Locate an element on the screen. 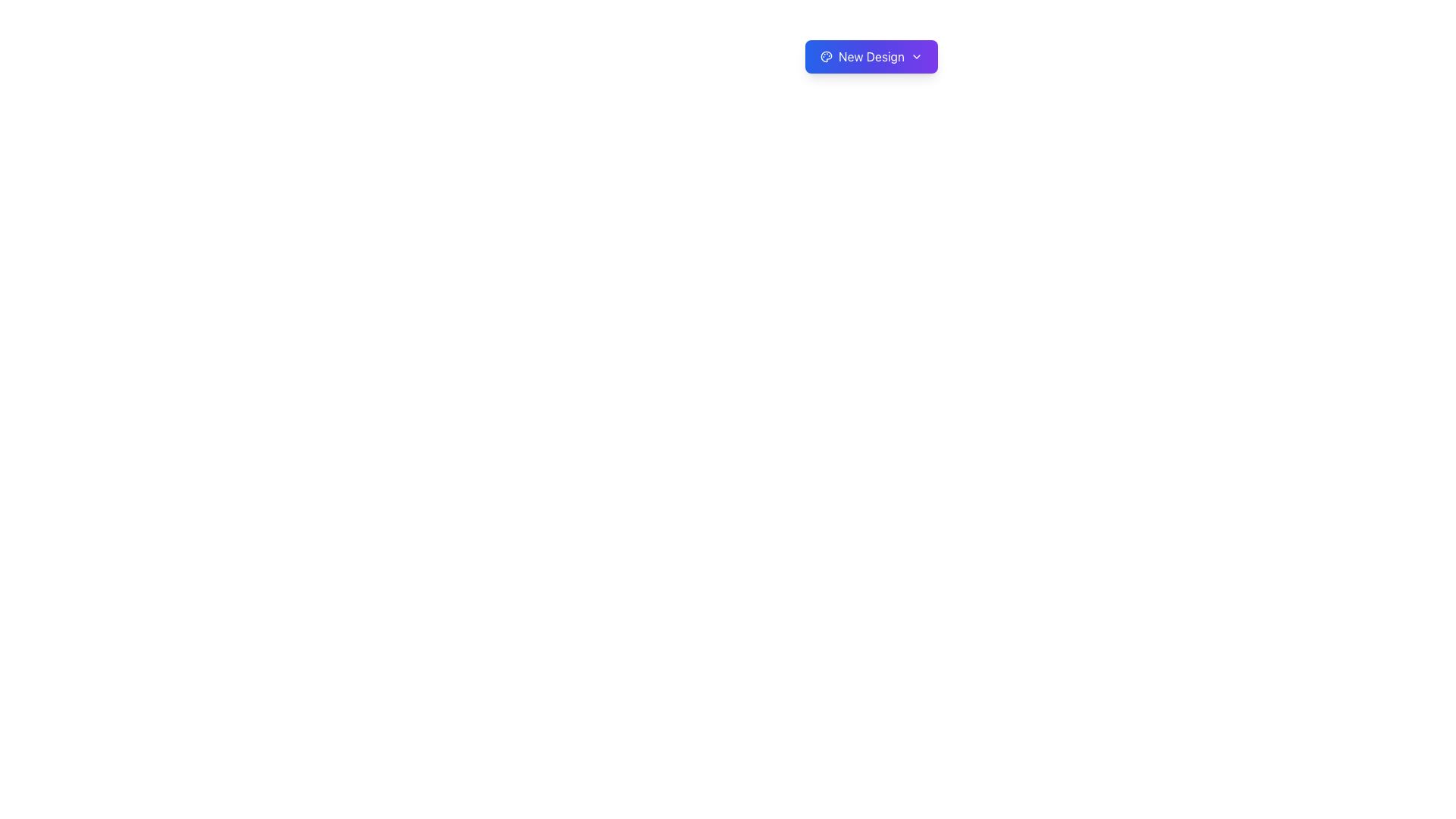 The image size is (1456, 819). the interactive icon located at the top-right corner of the 'New Design' button, which serves as an indicator for additional options or a dropdown menu is located at coordinates (916, 55).